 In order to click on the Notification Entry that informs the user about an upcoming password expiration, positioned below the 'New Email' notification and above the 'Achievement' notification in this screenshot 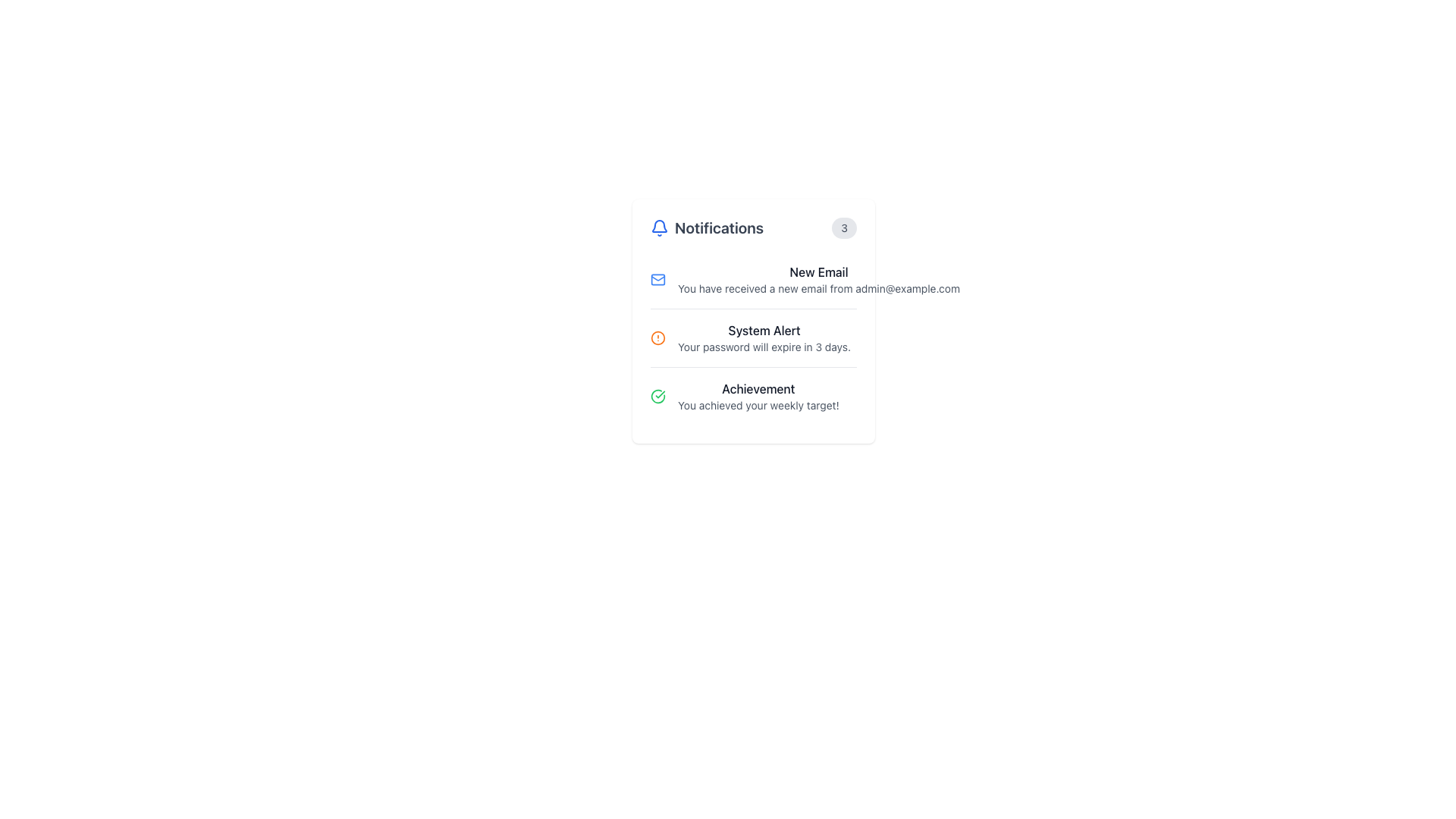, I will do `click(753, 336)`.